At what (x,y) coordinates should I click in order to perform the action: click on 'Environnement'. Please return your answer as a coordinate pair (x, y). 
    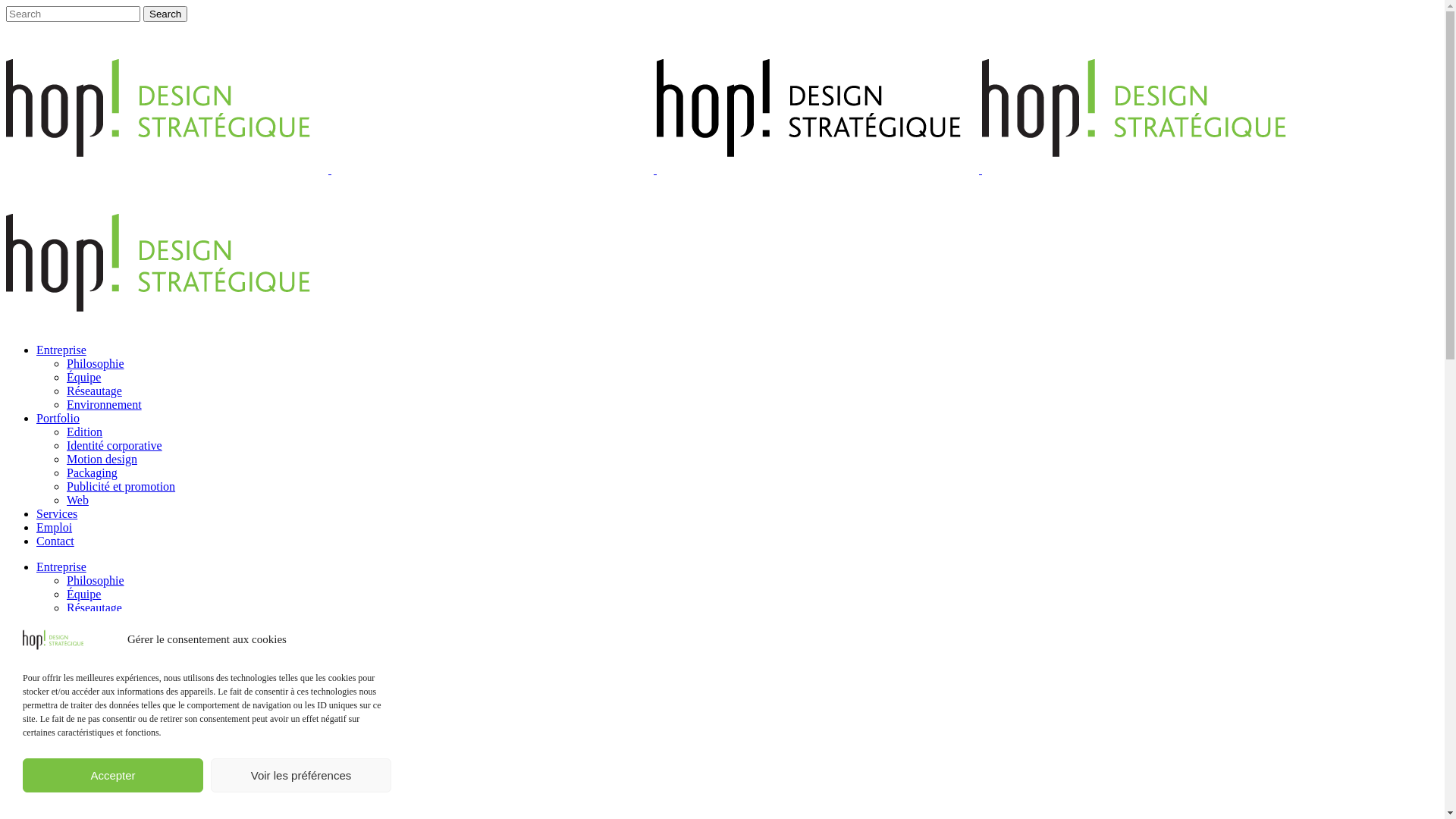
    Looking at the image, I should click on (103, 403).